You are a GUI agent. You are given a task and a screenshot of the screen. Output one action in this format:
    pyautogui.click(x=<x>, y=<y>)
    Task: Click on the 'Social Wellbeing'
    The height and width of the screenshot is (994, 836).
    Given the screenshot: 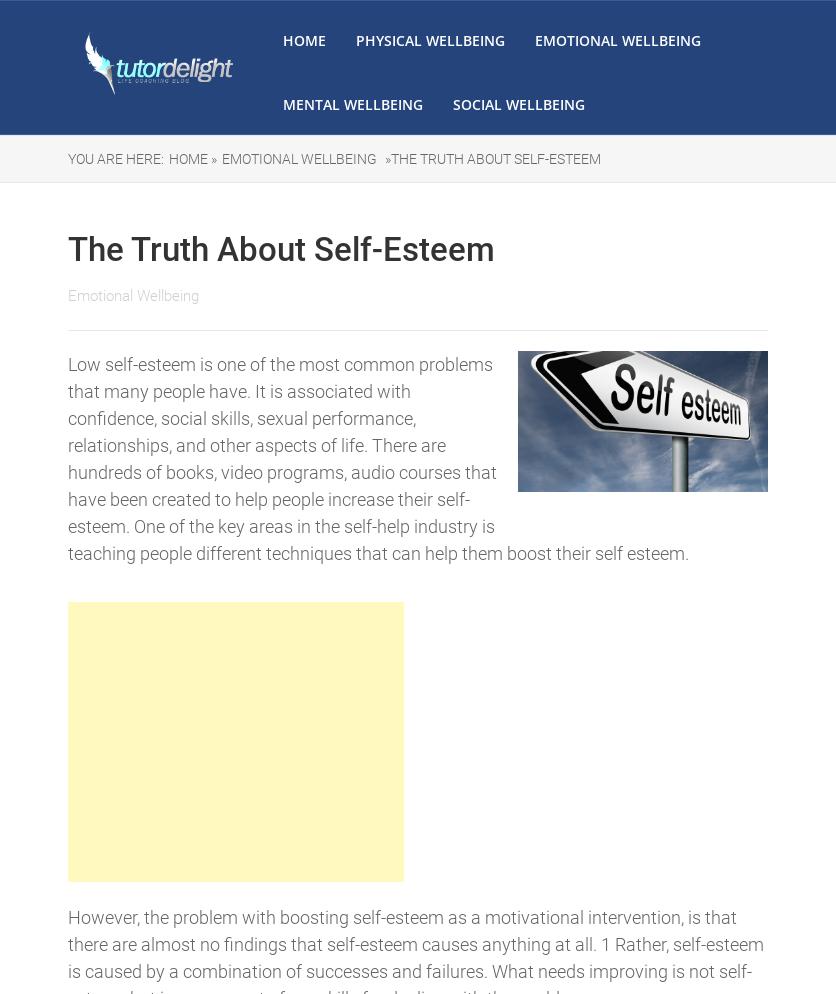 What is the action you would take?
    pyautogui.click(x=518, y=104)
    